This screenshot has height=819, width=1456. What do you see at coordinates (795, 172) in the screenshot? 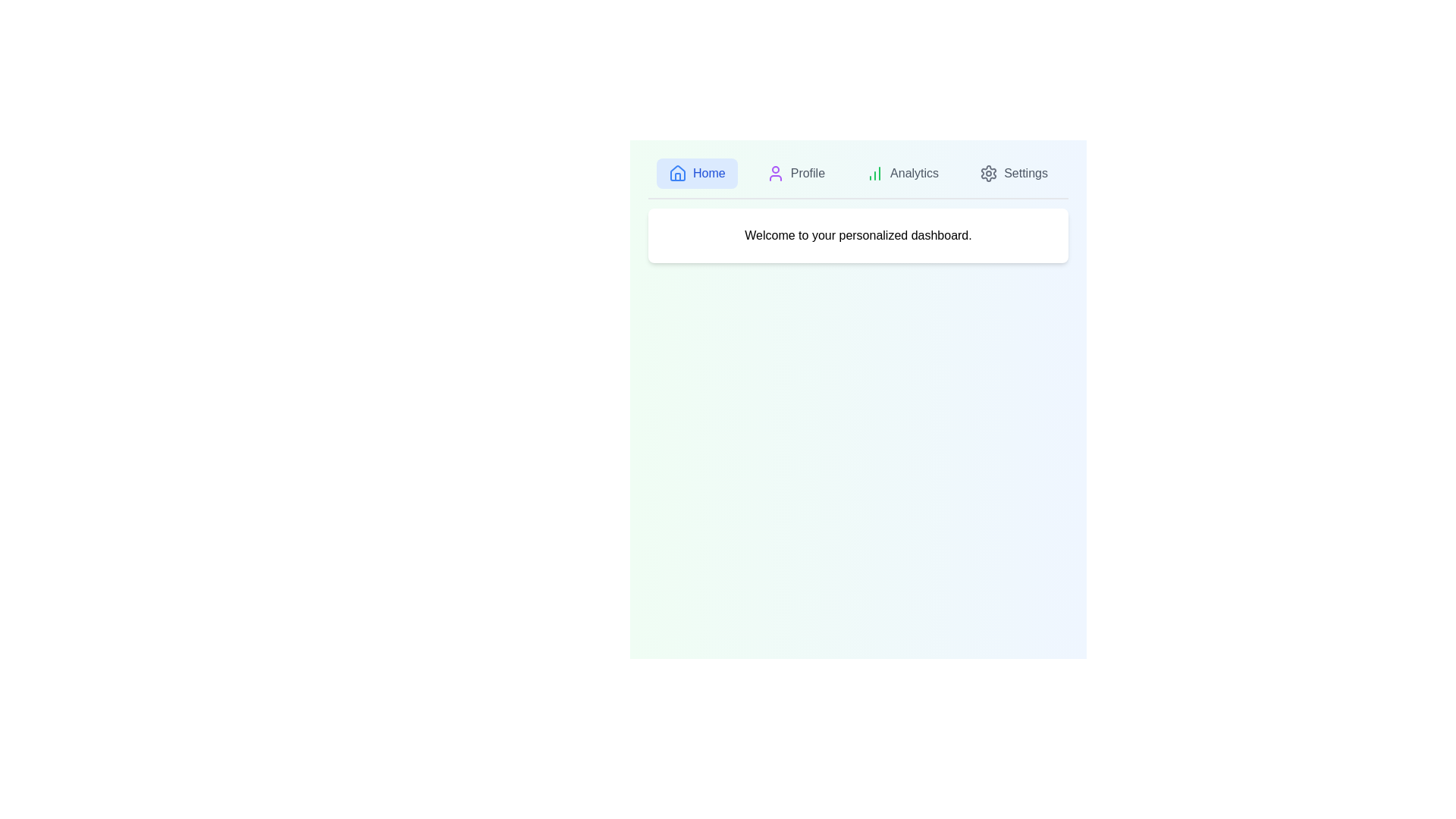
I see `the tab labeled Profile` at bounding box center [795, 172].